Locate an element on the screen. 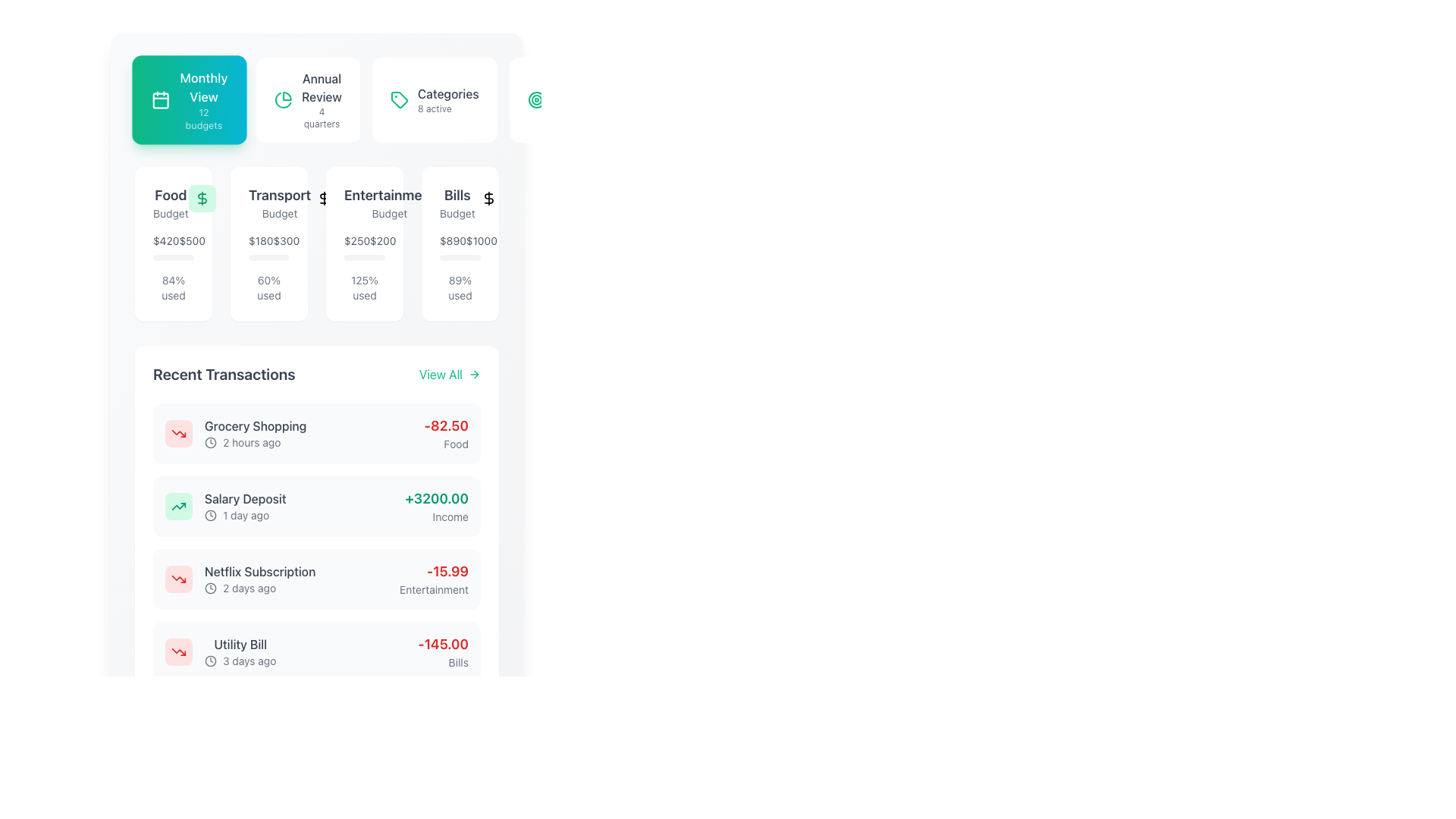 The height and width of the screenshot is (819, 1456). the progress bar segment, which has a violet fill and is positioned below the 'Entertainment Budget' section in the 'Monthly View' interface is located at coordinates (369, 256).